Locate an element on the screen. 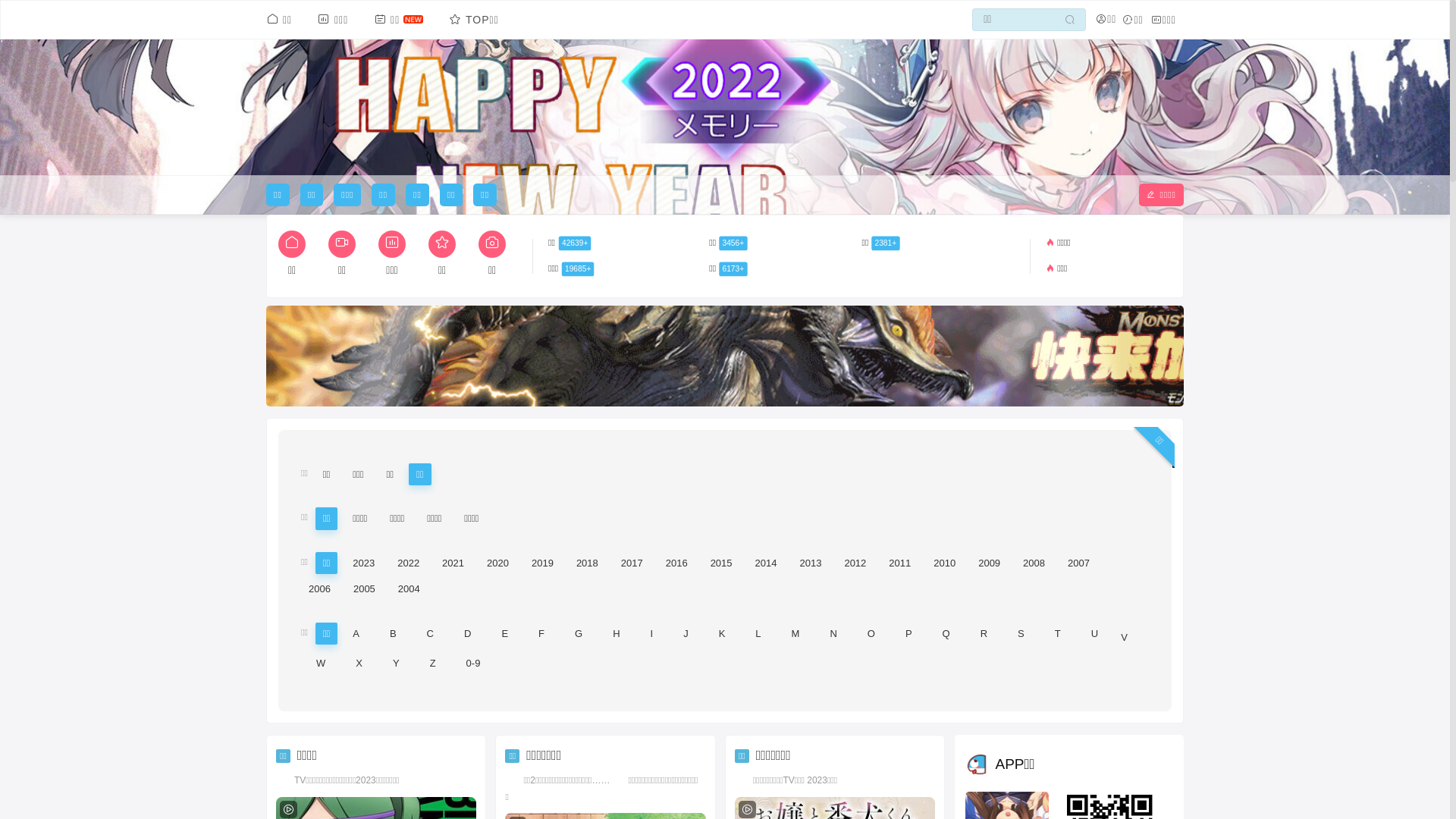 The width and height of the screenshot is (1456, 819). '2010' is located at coordinates (943, 563).